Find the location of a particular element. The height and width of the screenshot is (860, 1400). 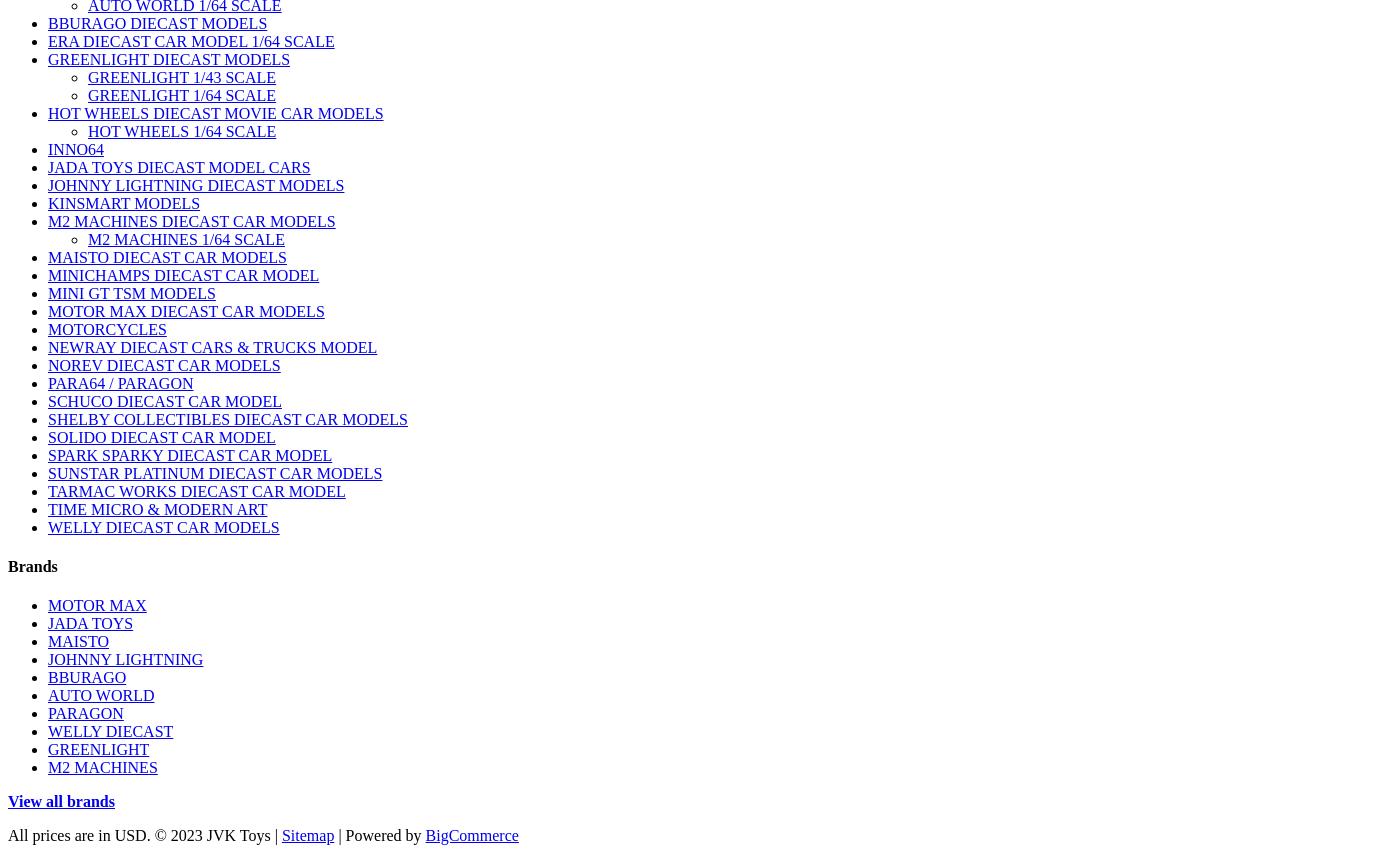

'PARAGON' is located at coordinates (85, 712).